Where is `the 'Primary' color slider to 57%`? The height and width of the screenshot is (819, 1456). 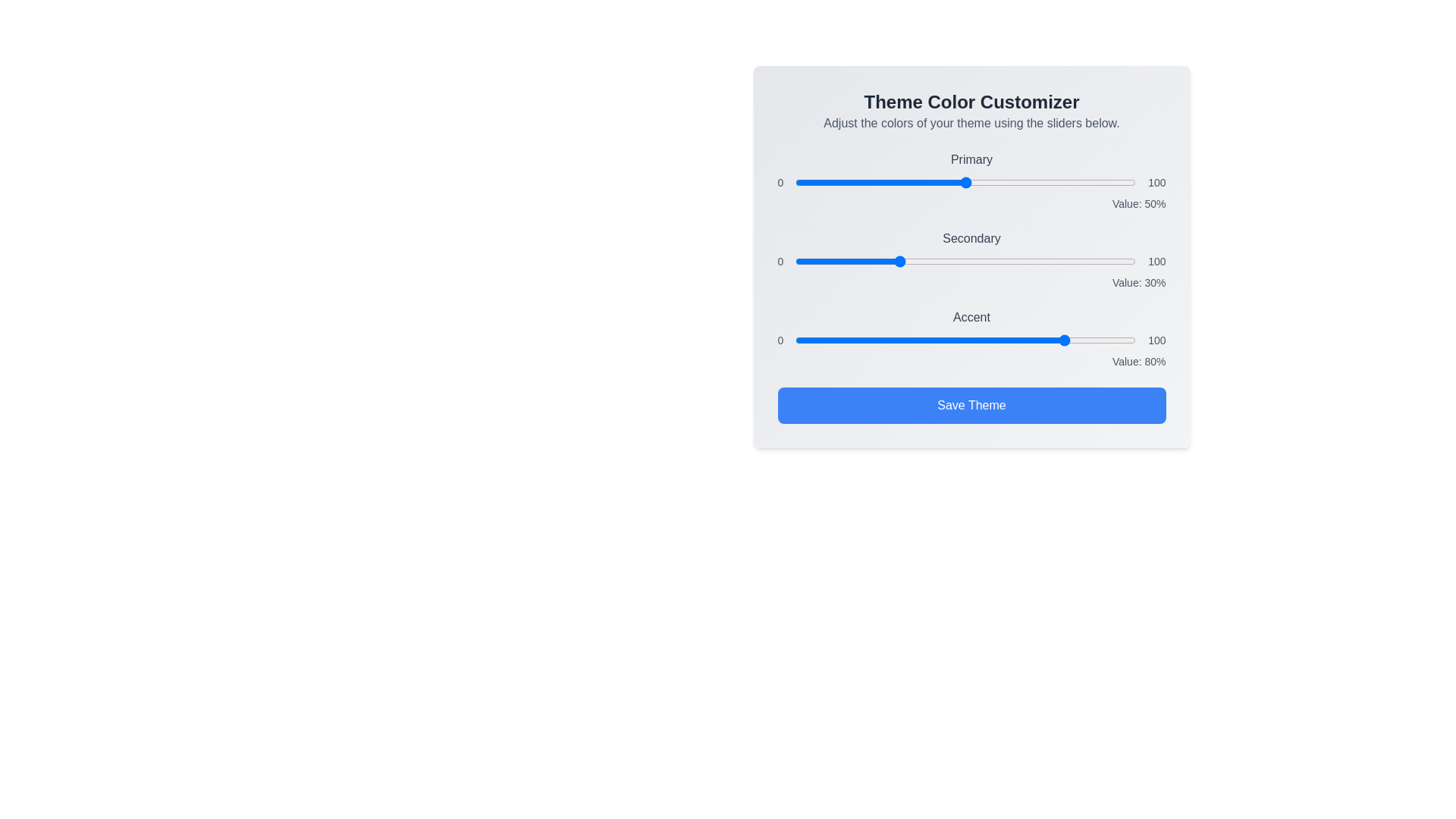
the 'Primary' color slider to 57% is located at coordinates (990, 181).